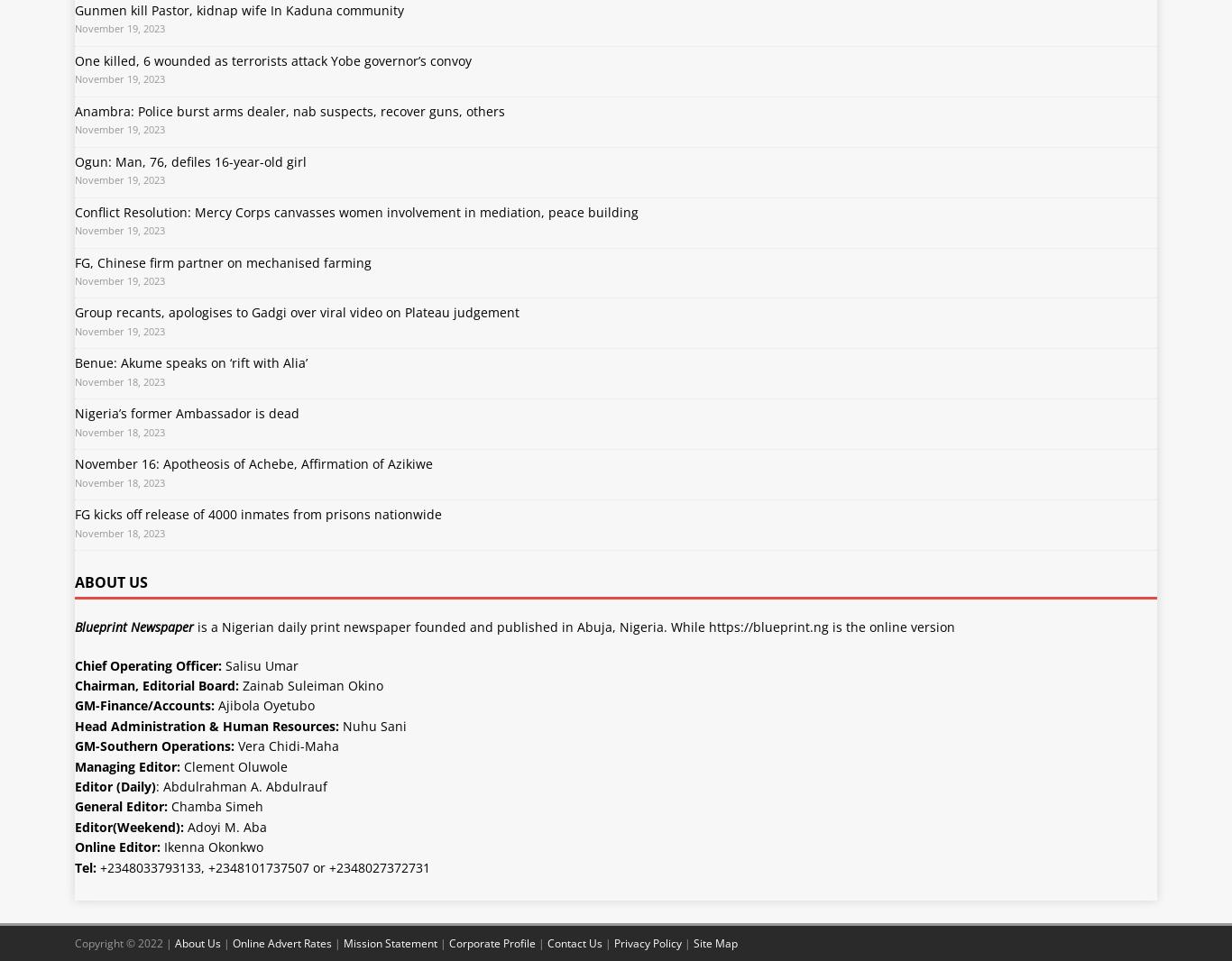 Image resolution: width=1232 pixels, height=961 pixels. I want to click on 'Head Administration & Human Resources:', so click(75, 725).